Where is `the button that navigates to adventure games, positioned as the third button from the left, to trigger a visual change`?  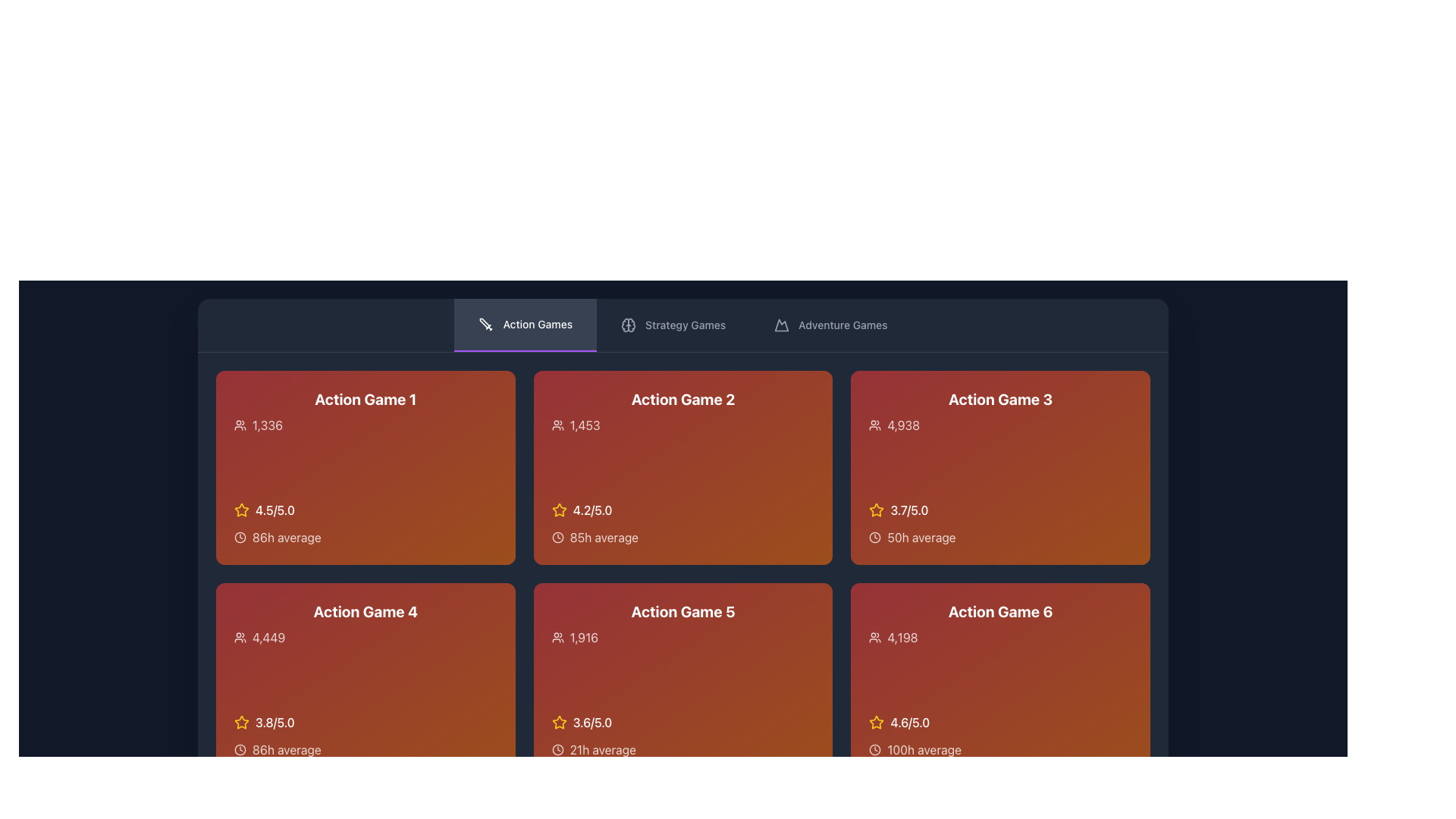
the button that navigates to adventure games, positioned as the third button from the left, to trigger a visual change is located at coordinates (830, 324).